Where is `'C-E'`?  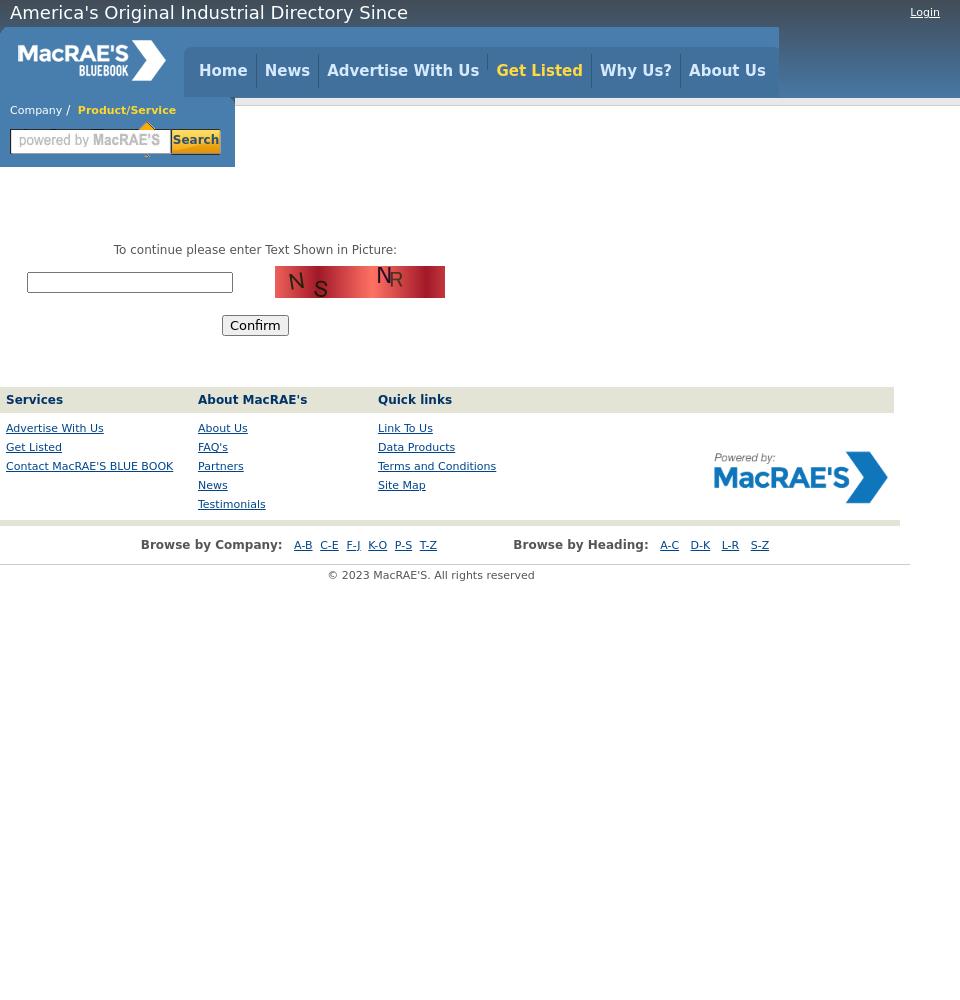 'C-E' is located at coordinates (328, 545).